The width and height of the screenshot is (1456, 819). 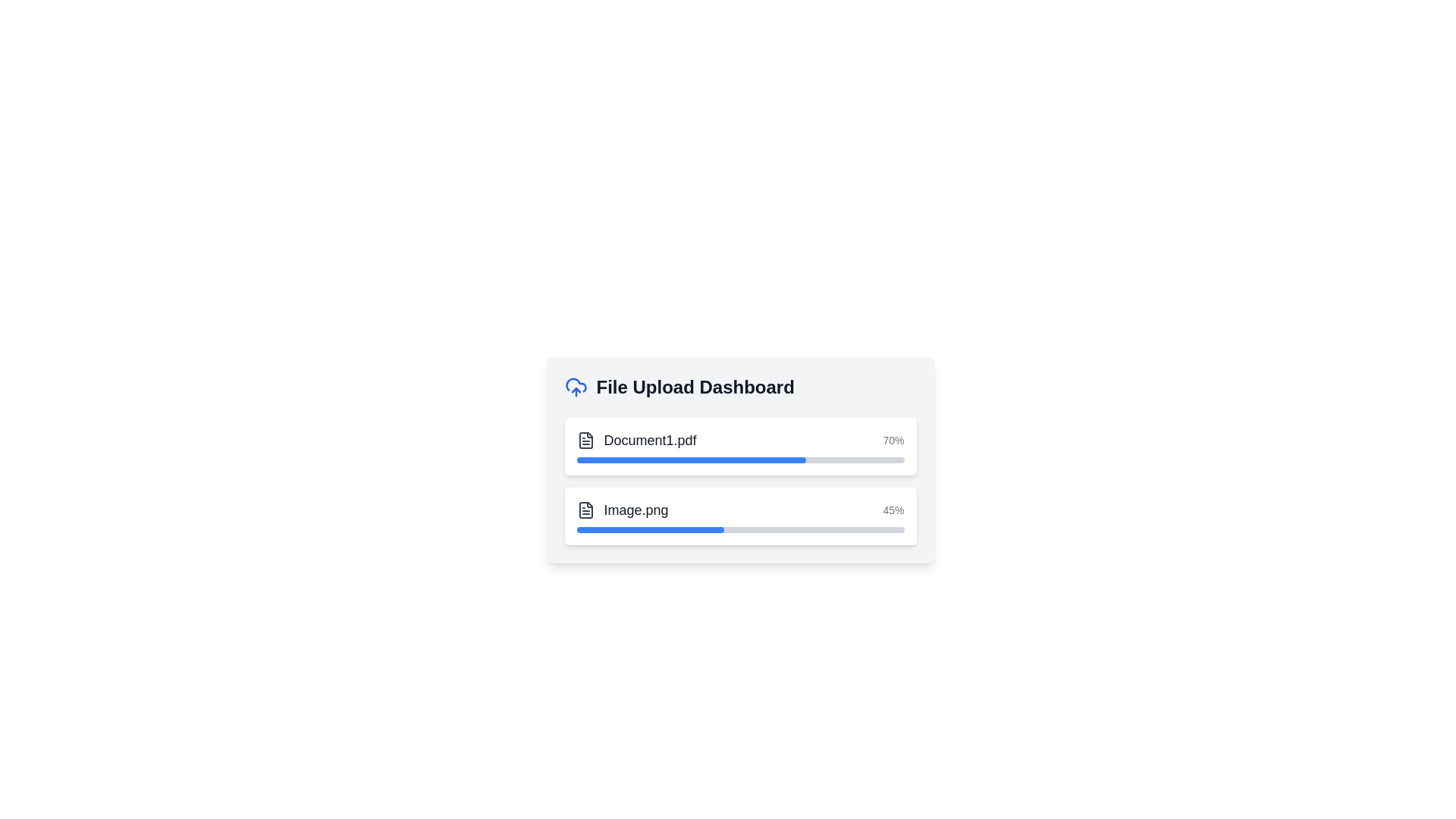 I want to click on the file names 'Document1.pdf' and 'Image.png' in the List of progress indicators, so click(x=740, y=482).